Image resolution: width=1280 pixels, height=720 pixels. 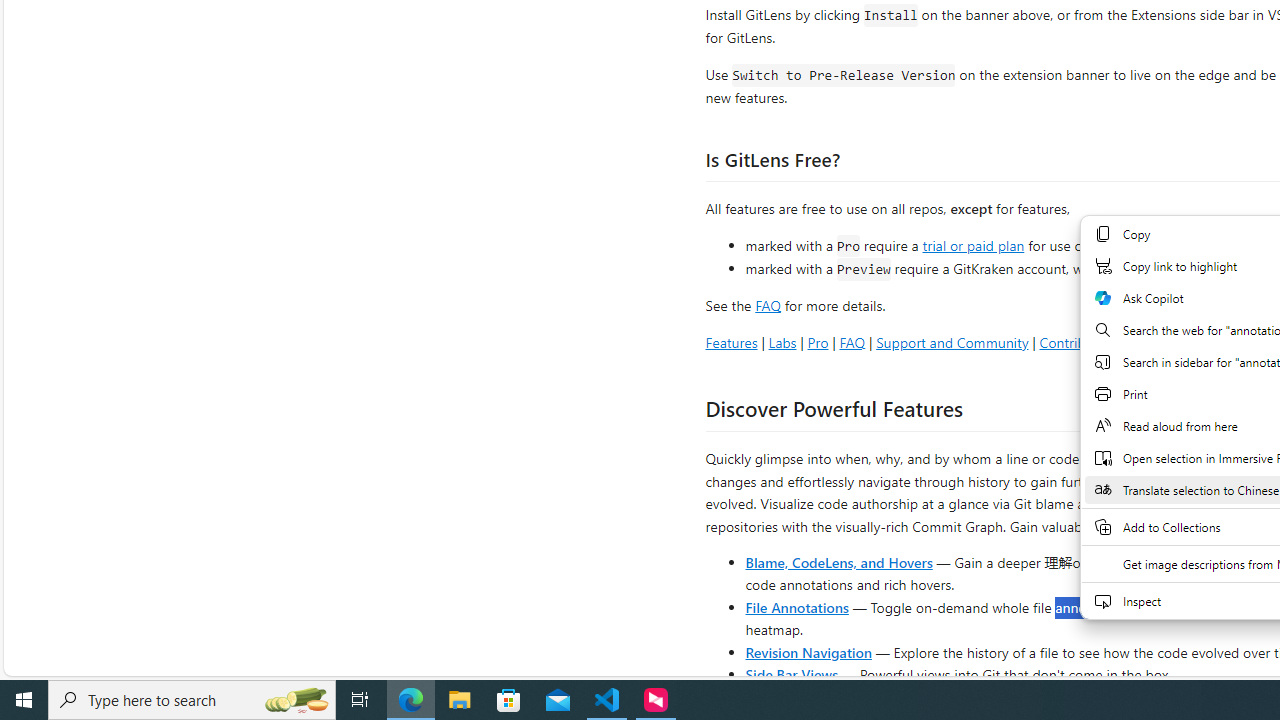 What do you see at coordinates (817, 341) in the screenshot?
I see `'Pro'` at bounding box center [817, 341].